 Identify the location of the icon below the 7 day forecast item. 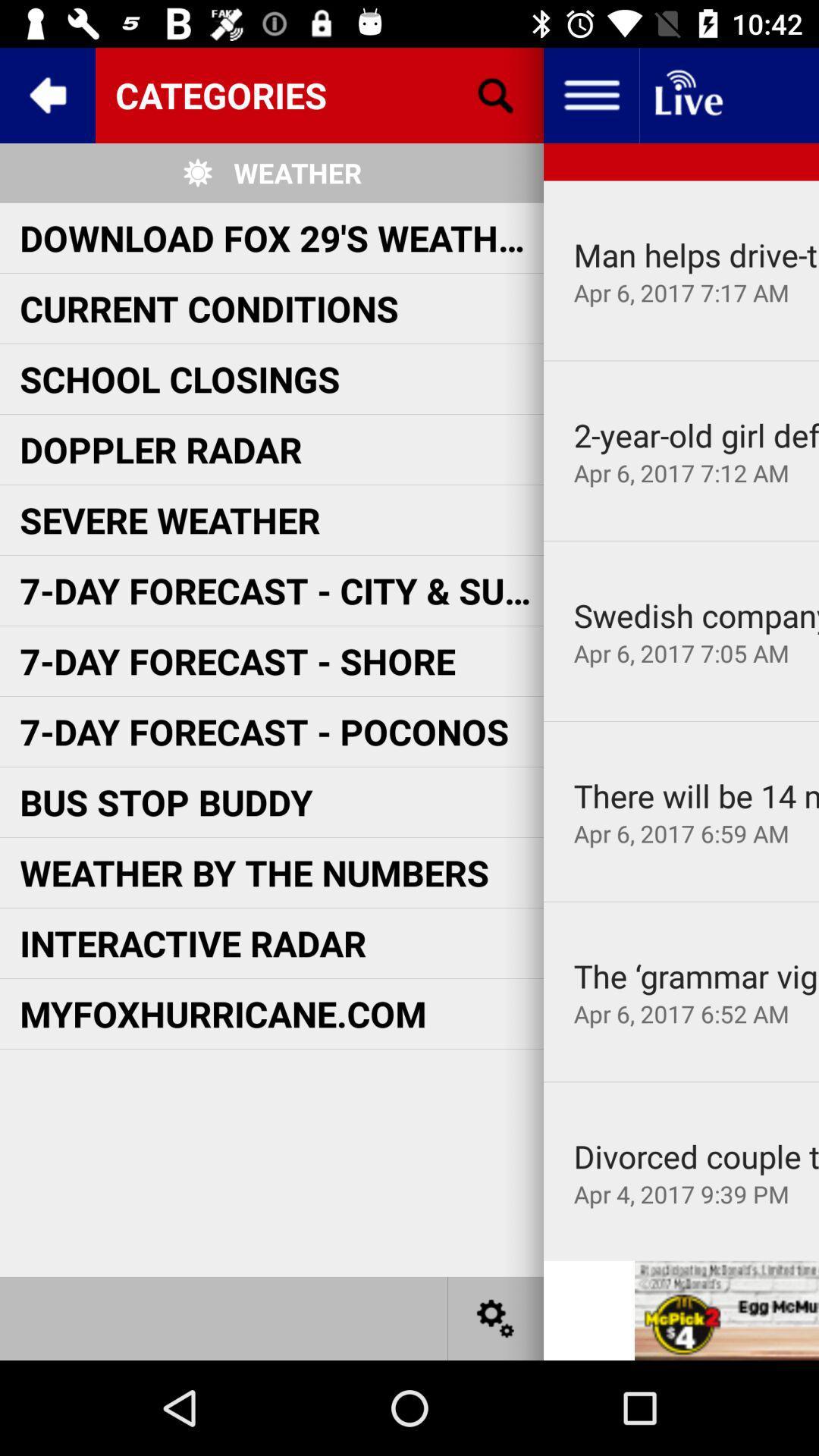
(166, 801).